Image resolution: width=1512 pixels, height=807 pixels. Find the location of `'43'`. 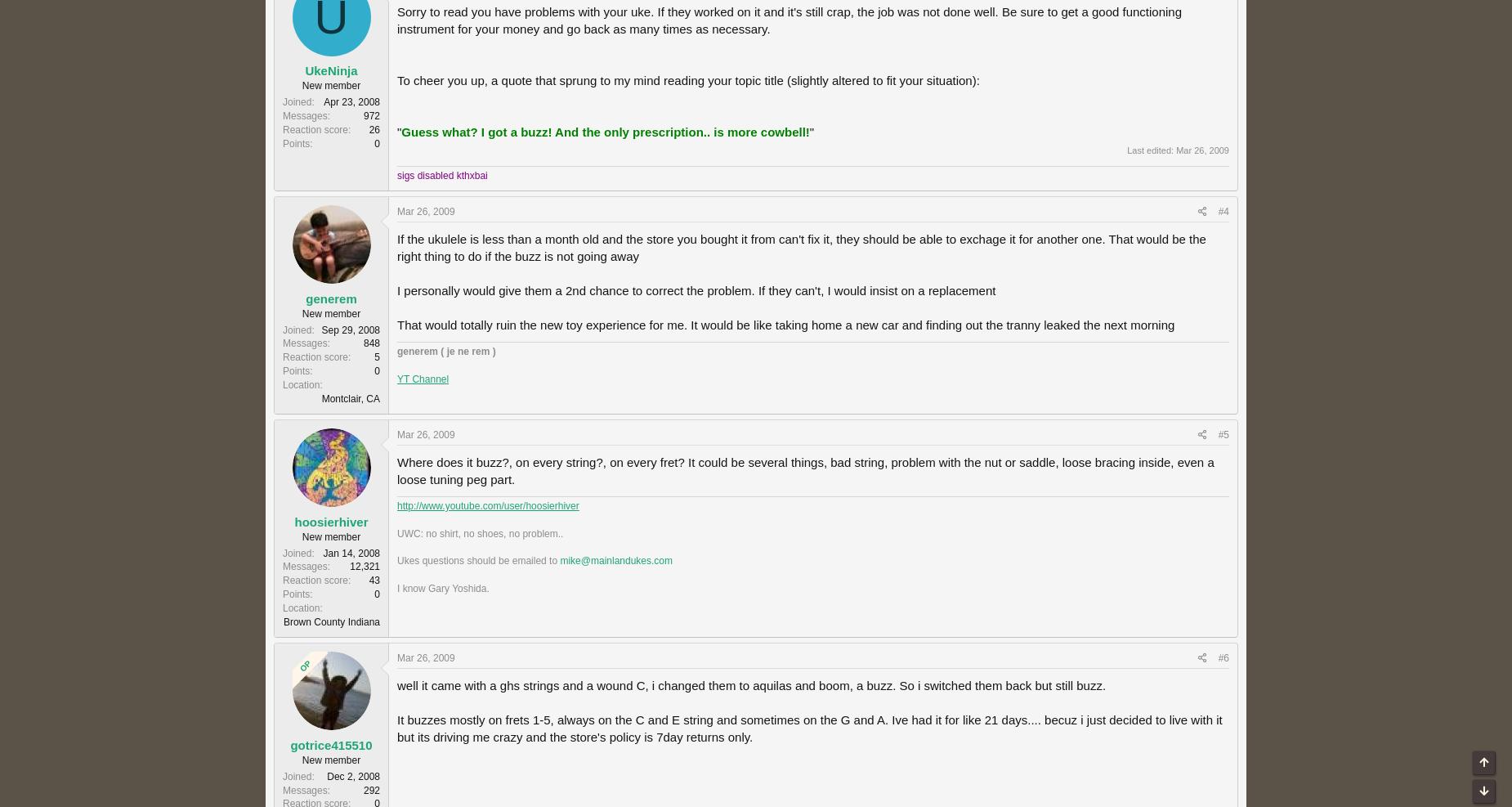

'43' is located at coordinates (374, 580).